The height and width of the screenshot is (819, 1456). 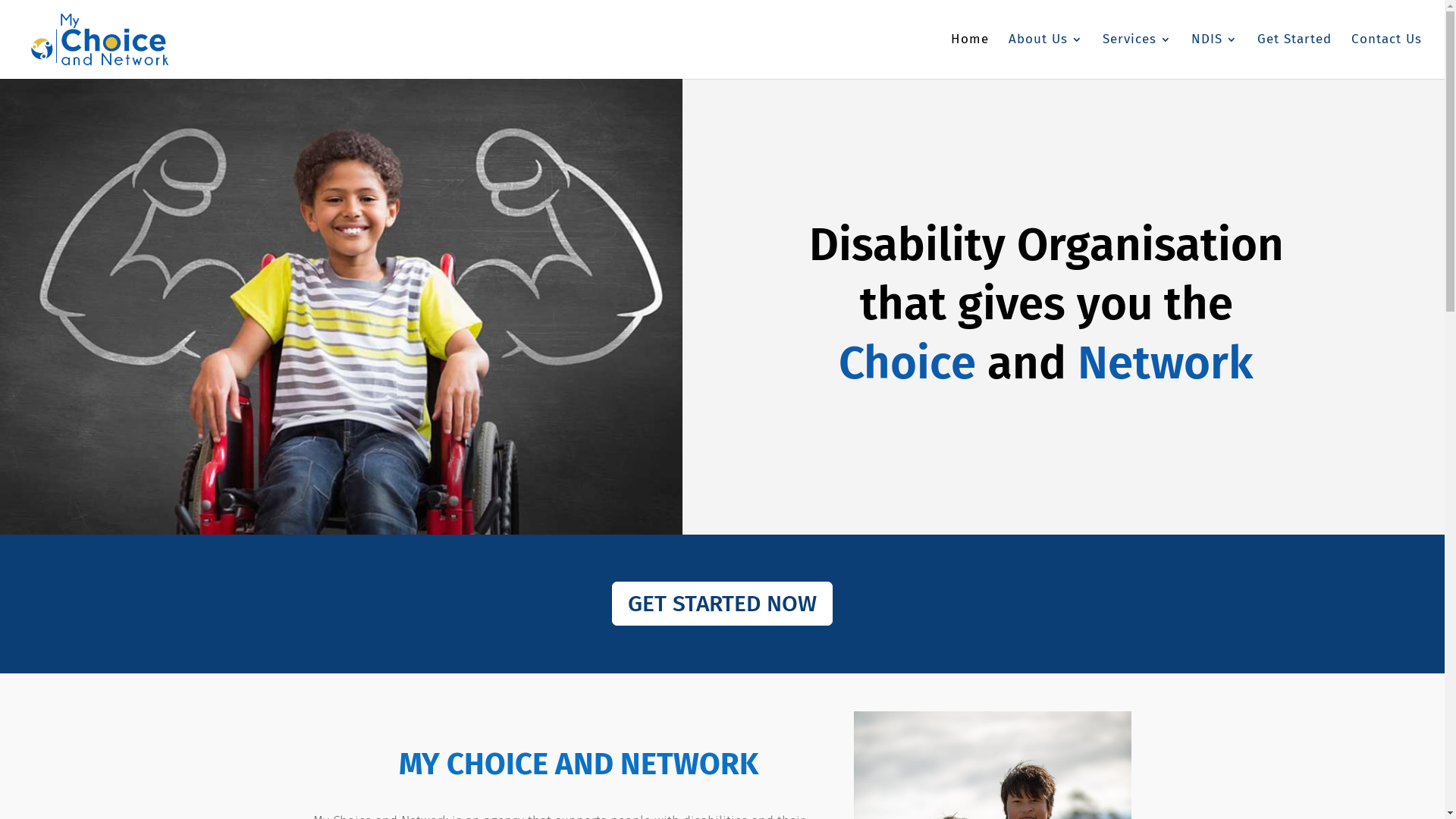 What do you see at coordinates (1044, 55) in the screenshot?
I see `'About Us'` at bounding box center [1044, 55].